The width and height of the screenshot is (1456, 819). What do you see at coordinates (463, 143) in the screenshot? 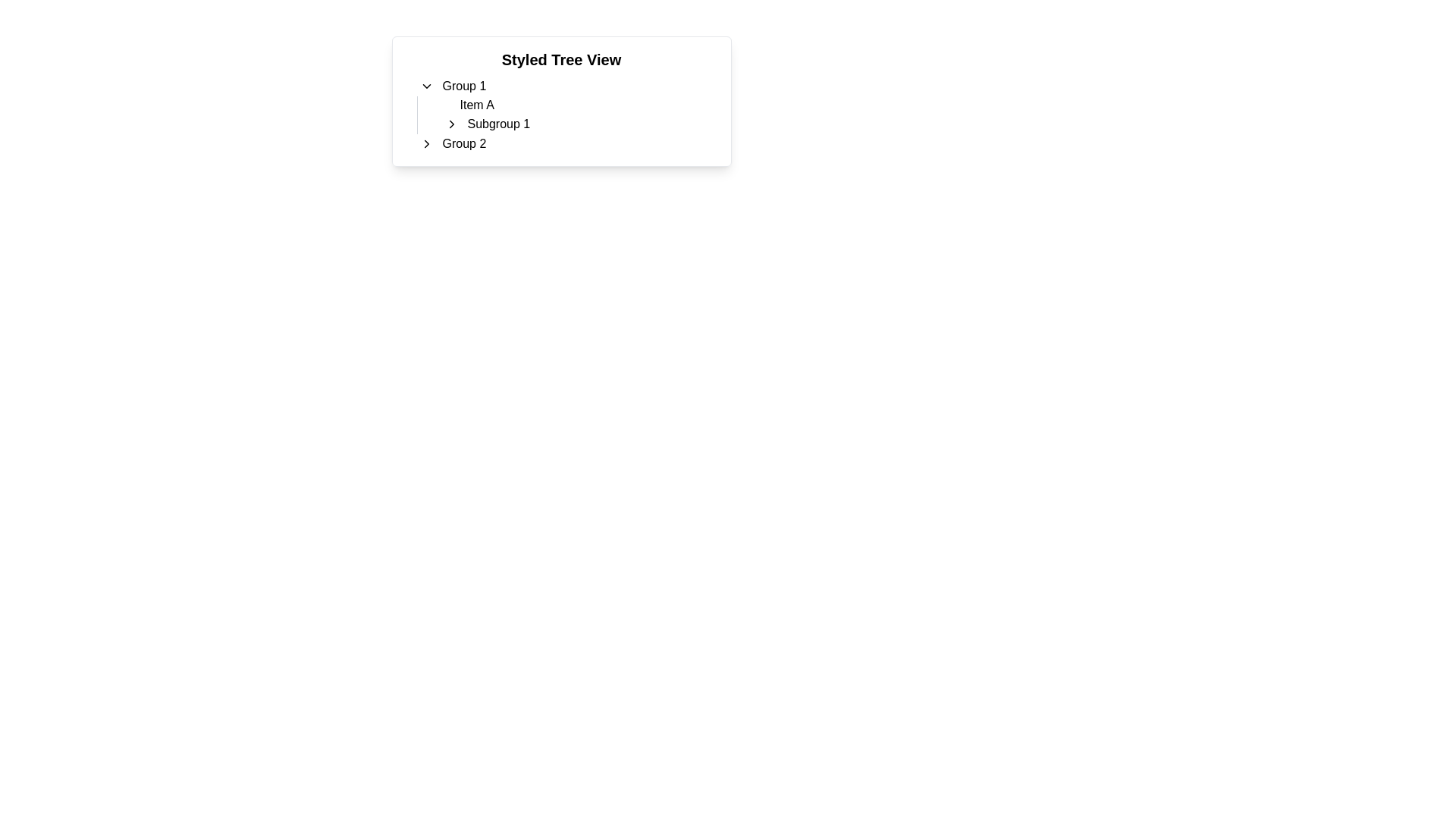
I see `the informational text label representing the second group in the tree view, located at the bottom-left of the tree view block` at bounding box center [463, 143].